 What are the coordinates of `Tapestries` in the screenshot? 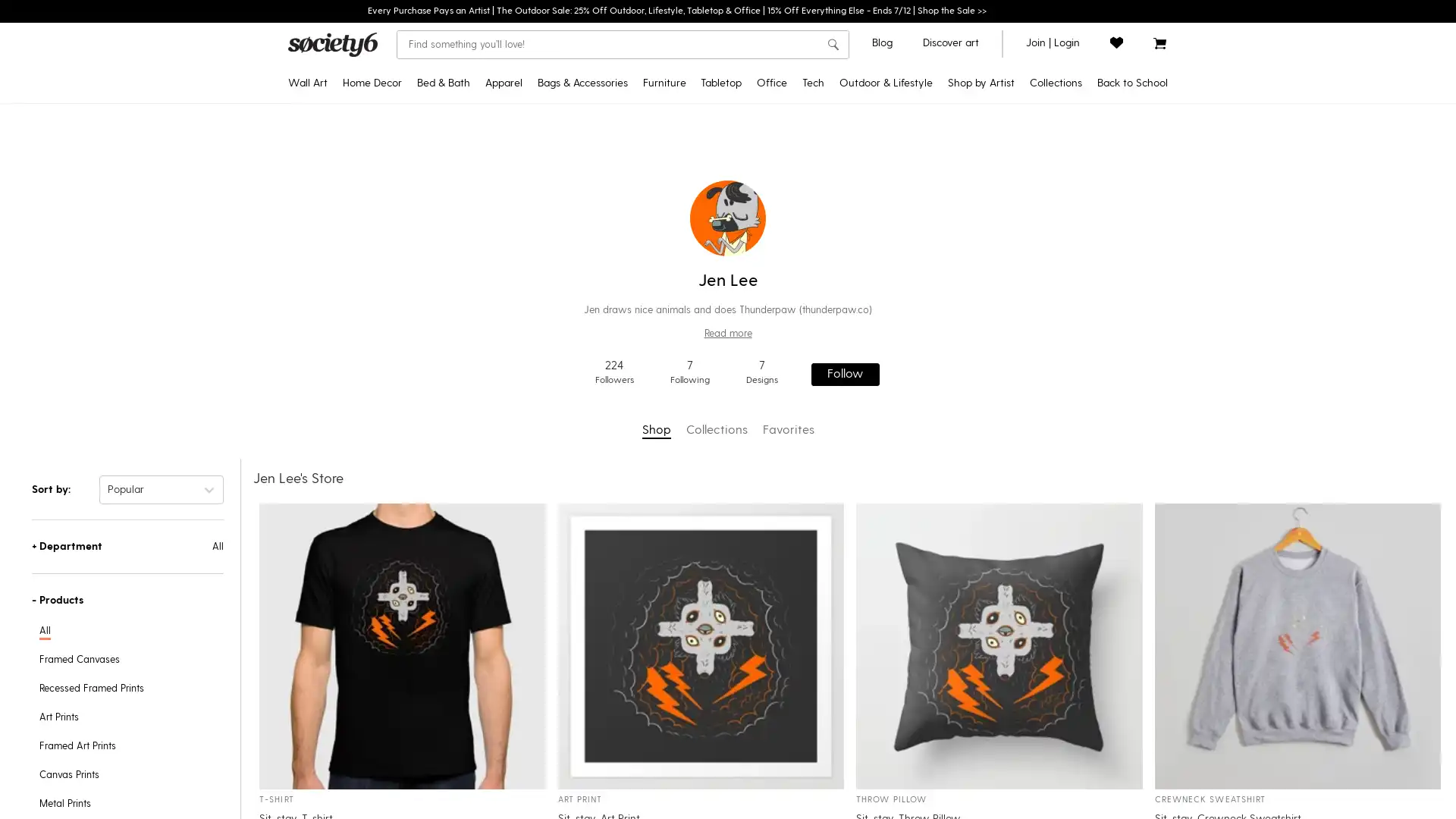 It's located at (400, 121).